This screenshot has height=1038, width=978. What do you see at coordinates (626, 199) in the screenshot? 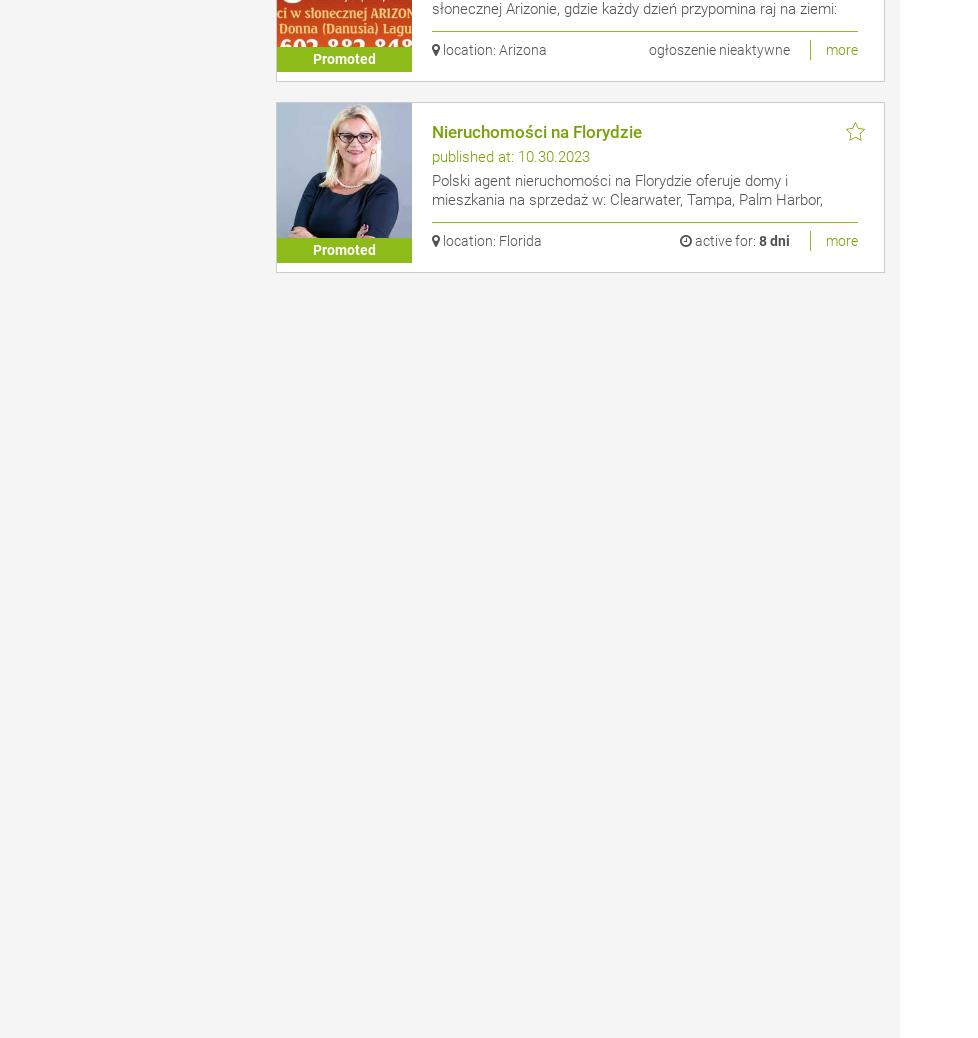
I see `'Polski agent nieruchomości na Florydzie oferuje domy i mieszkania na sprzedaż w: Clearwater, Tampa, Palm Harbor, Safety Harbor...'` at bounding box center [626, 199].